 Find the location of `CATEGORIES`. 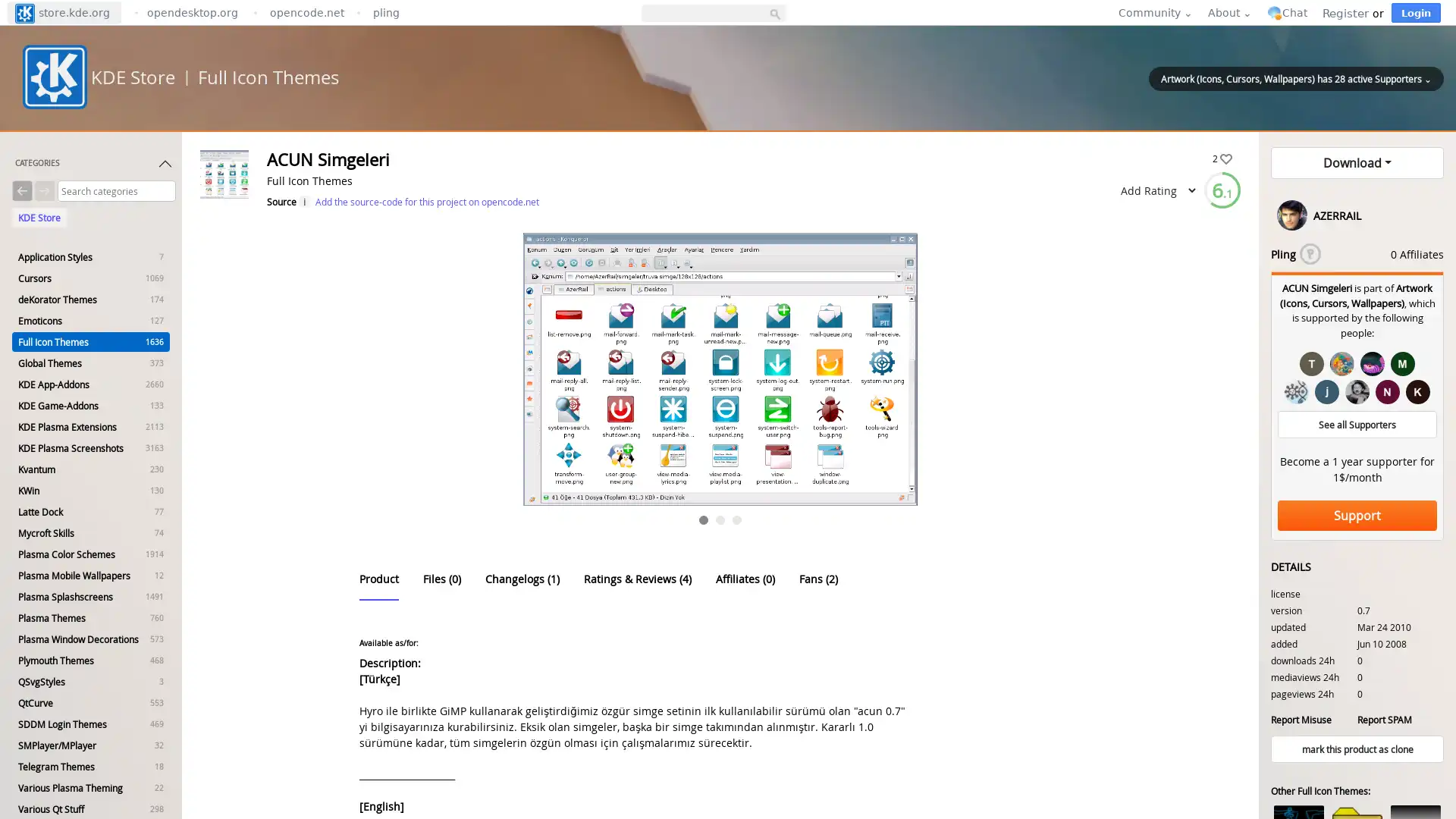

CATEGORIES is located at coordinates (93, 166).